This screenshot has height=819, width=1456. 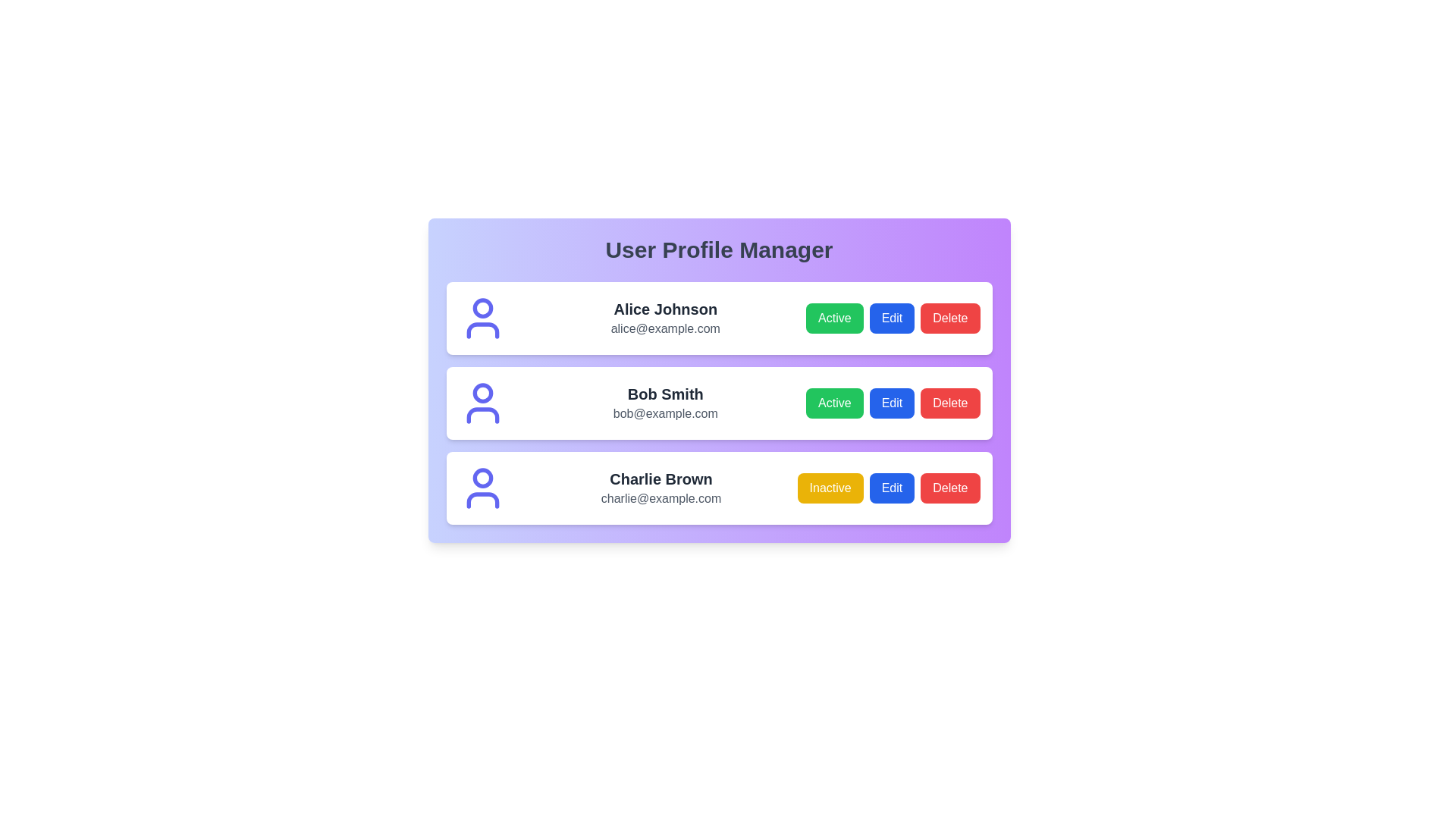 I want to click on 'Edit' button for the profile of Charlie Brown, so click(x=892, y=488).